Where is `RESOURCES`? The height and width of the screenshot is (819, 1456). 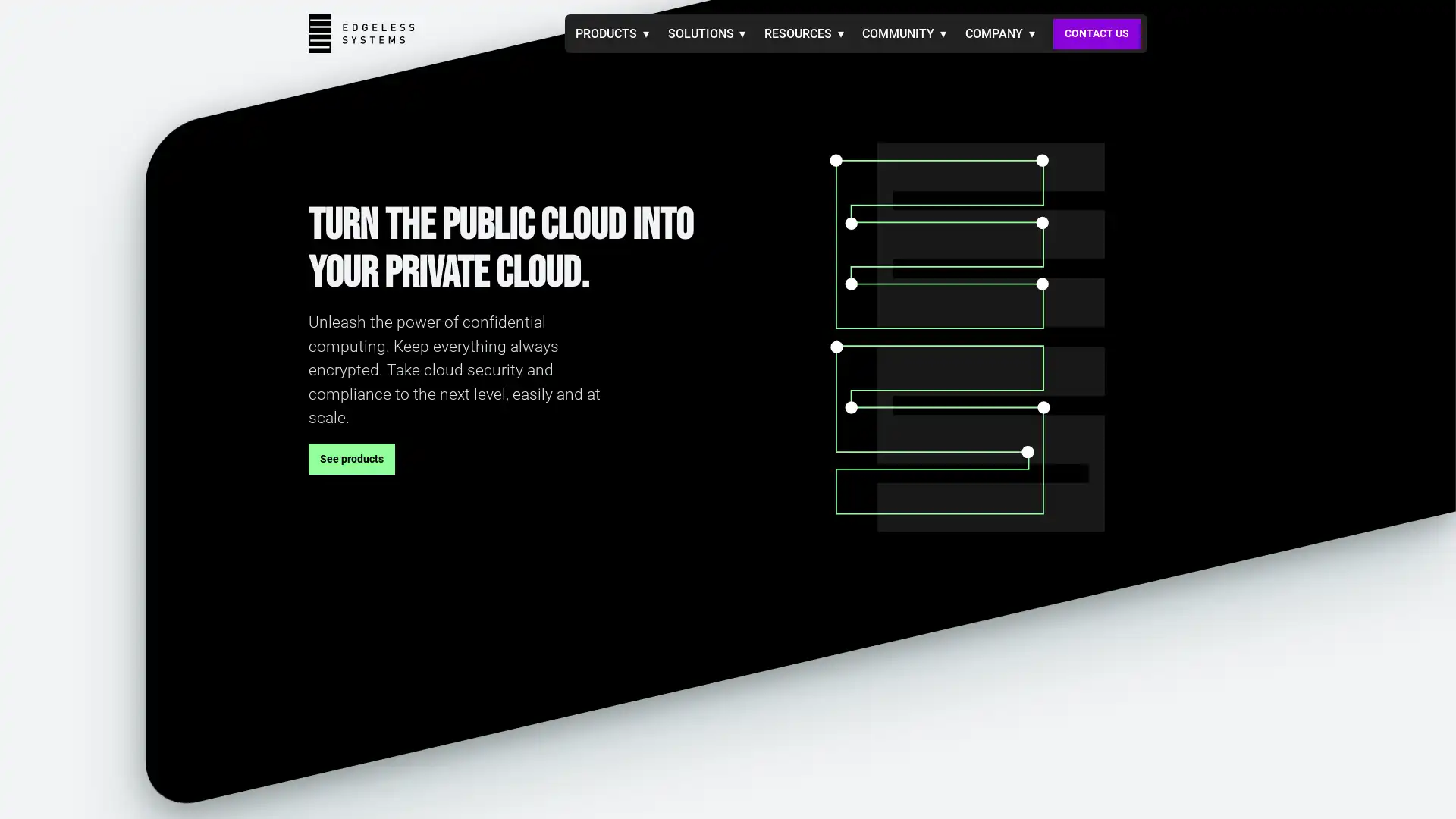 RESOURCES is located at coordinates (802, 33).